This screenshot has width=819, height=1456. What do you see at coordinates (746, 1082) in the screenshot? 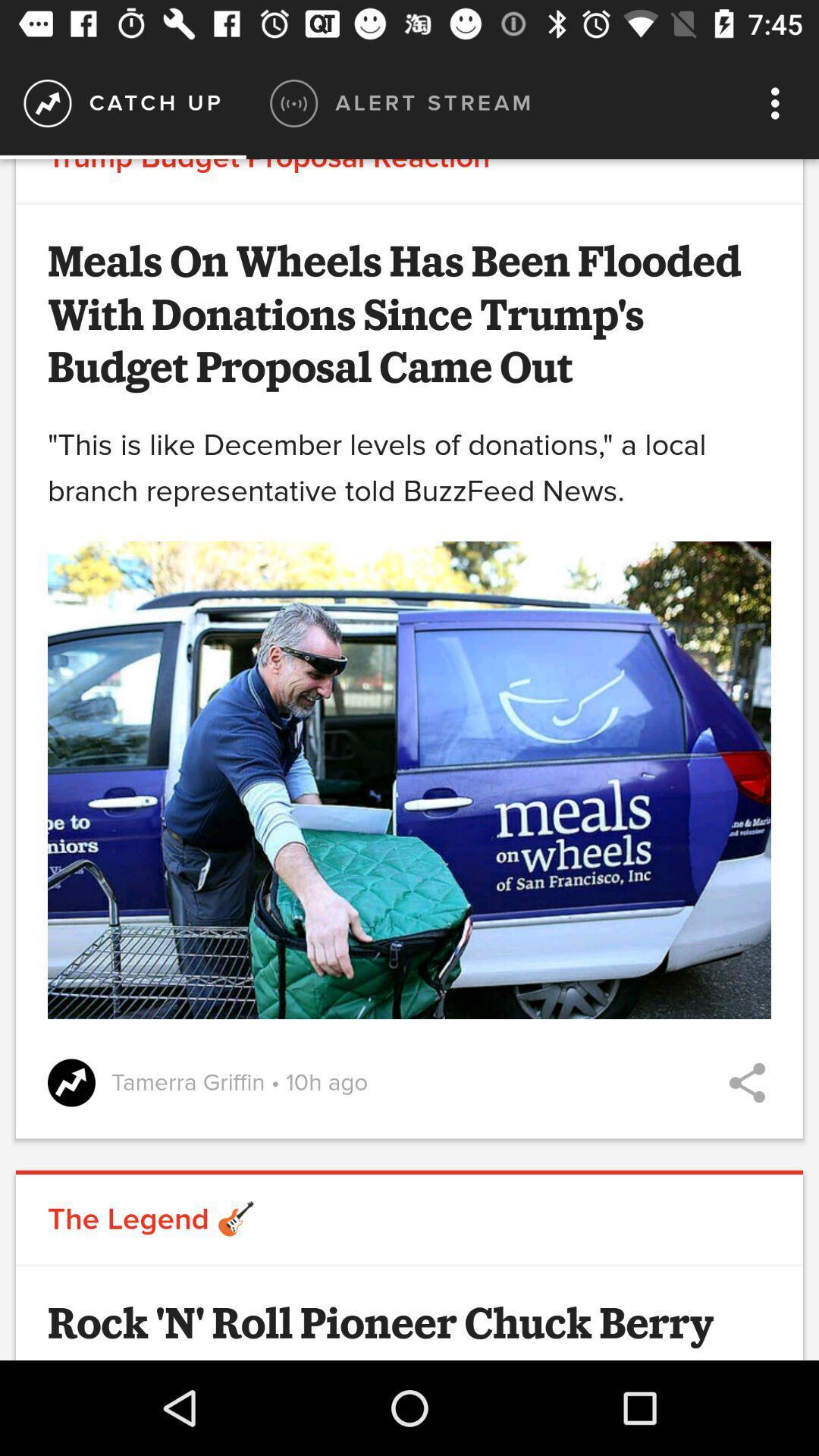
I see `icon at the bottom right corner` at bounding box center [746, 1082].